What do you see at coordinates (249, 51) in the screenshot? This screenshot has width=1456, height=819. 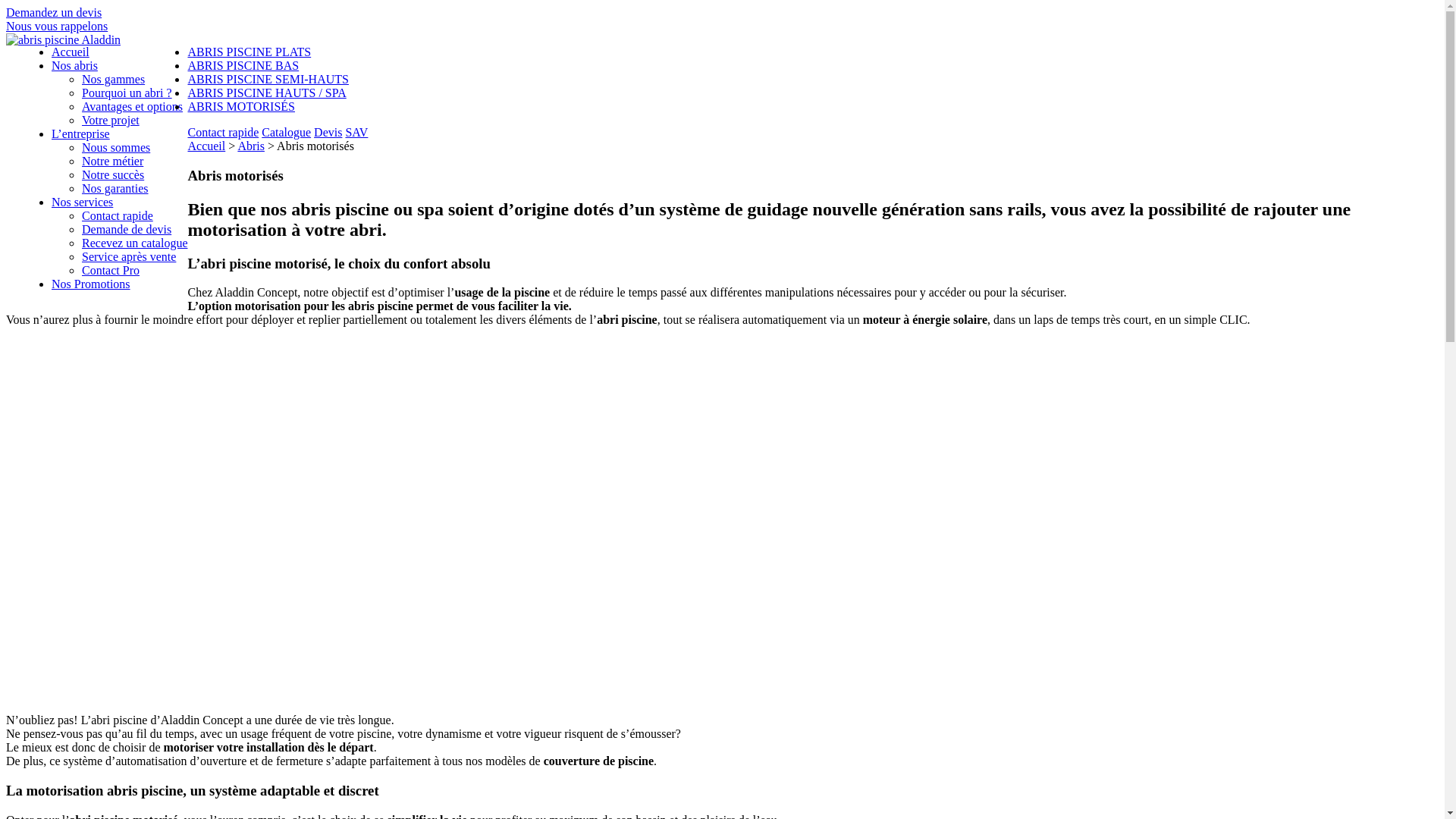 I see `'ABRIS PISCINE PLATS'` at bounding box center [249, 51].